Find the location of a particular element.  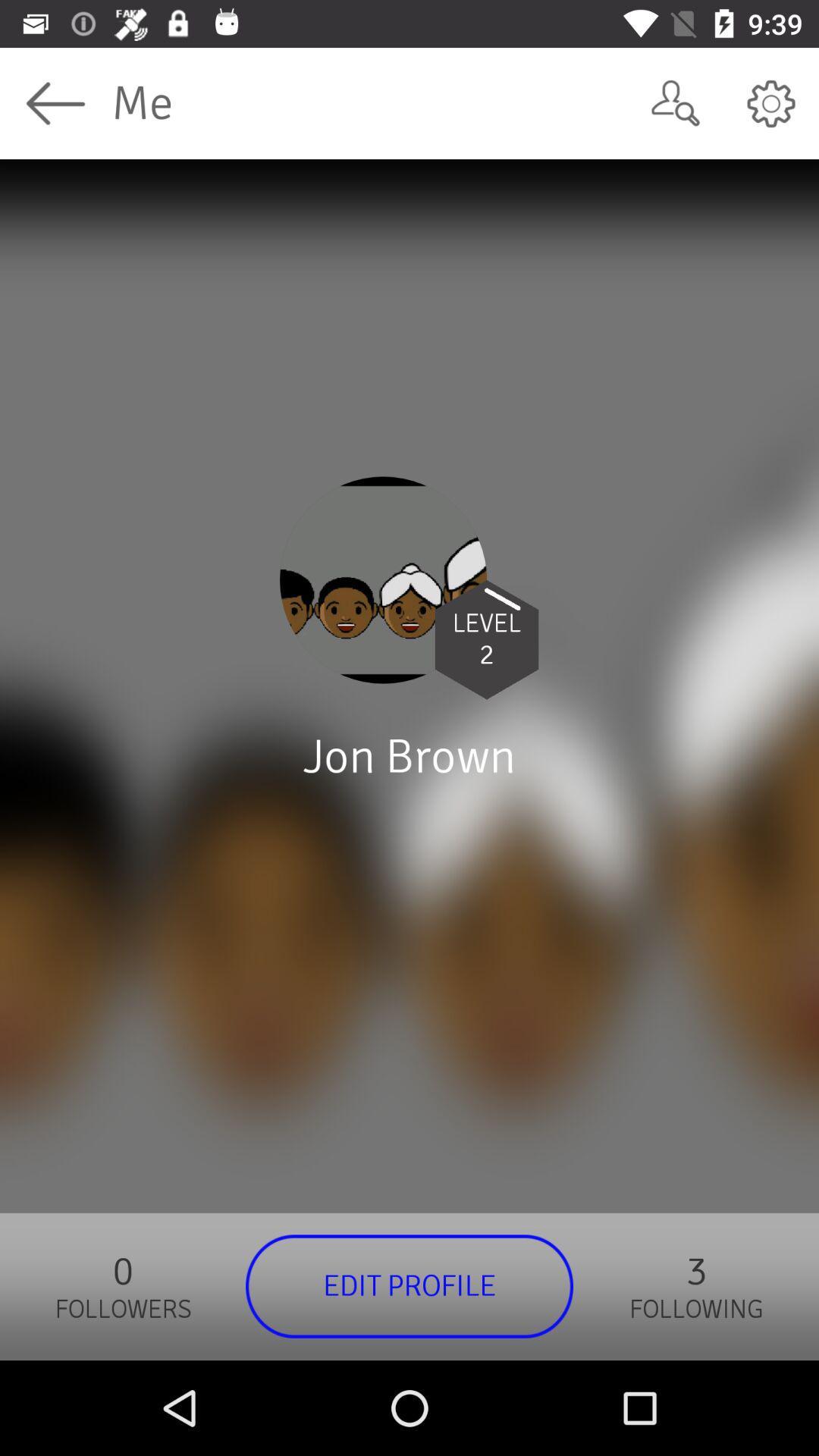

app to the right of 0 item is located at coordinates (409, 1285).